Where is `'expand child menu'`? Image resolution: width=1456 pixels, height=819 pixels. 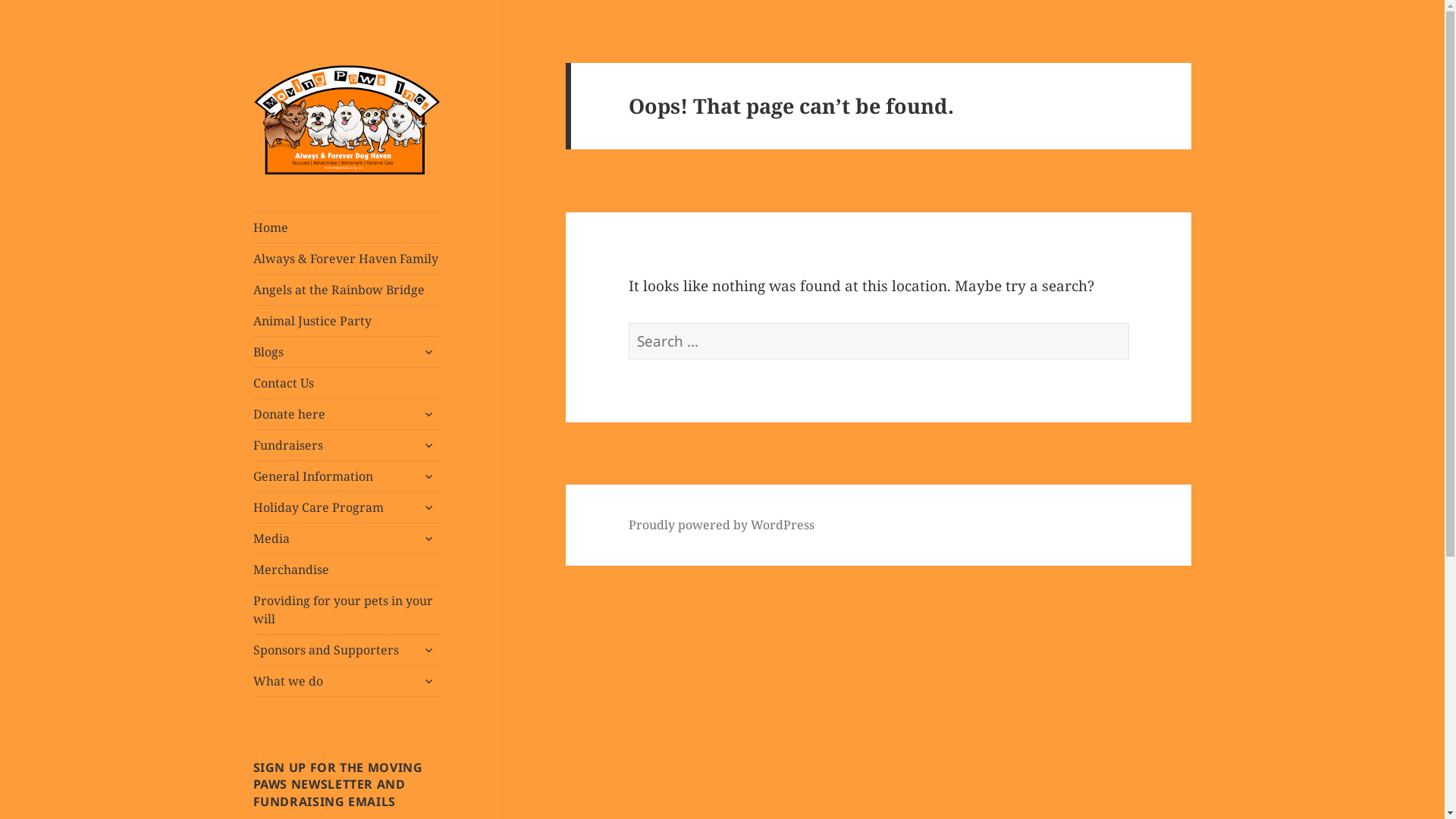 'expand child menu' is located at coordinates (416, 414).